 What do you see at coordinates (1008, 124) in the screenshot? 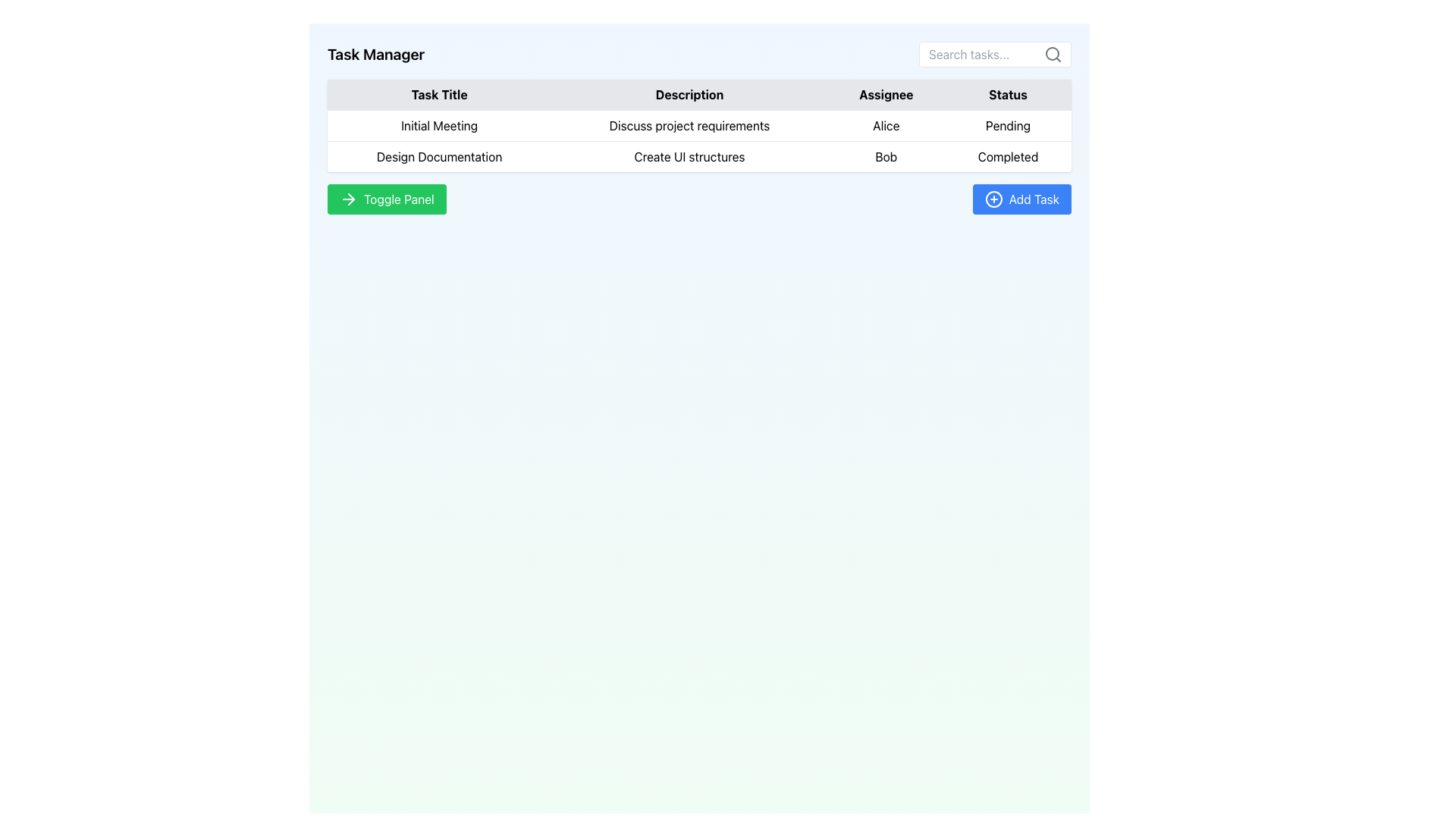
I see `the static text label indicating the status of the task titled 'Initial Meeting', located in the 'Status' column of the task table` at bounding box center [1008, 124].